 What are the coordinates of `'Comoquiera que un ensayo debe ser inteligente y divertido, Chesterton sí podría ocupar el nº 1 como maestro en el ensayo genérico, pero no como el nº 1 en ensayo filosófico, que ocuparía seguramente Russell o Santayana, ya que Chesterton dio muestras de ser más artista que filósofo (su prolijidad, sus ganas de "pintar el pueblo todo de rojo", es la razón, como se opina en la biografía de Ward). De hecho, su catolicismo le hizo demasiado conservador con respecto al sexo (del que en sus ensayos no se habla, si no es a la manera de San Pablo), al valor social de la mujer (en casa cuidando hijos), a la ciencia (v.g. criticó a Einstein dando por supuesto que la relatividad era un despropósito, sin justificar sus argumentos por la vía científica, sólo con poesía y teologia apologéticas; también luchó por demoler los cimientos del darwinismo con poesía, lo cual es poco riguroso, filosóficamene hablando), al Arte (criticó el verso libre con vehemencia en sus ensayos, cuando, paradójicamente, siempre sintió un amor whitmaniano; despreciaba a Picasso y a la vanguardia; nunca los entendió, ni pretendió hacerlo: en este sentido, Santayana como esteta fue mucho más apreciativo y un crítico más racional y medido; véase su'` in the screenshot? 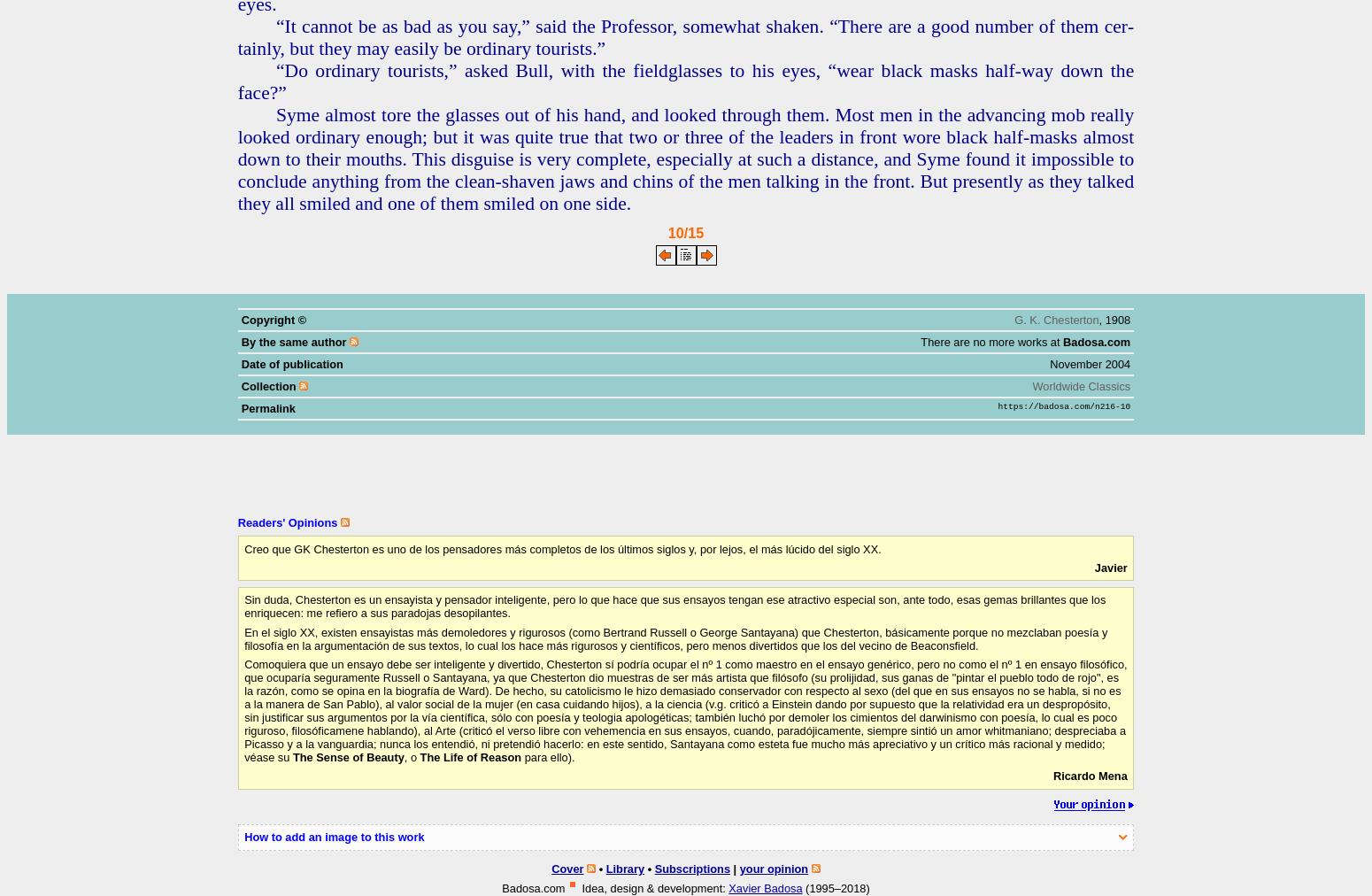 It's located at (685, 709).